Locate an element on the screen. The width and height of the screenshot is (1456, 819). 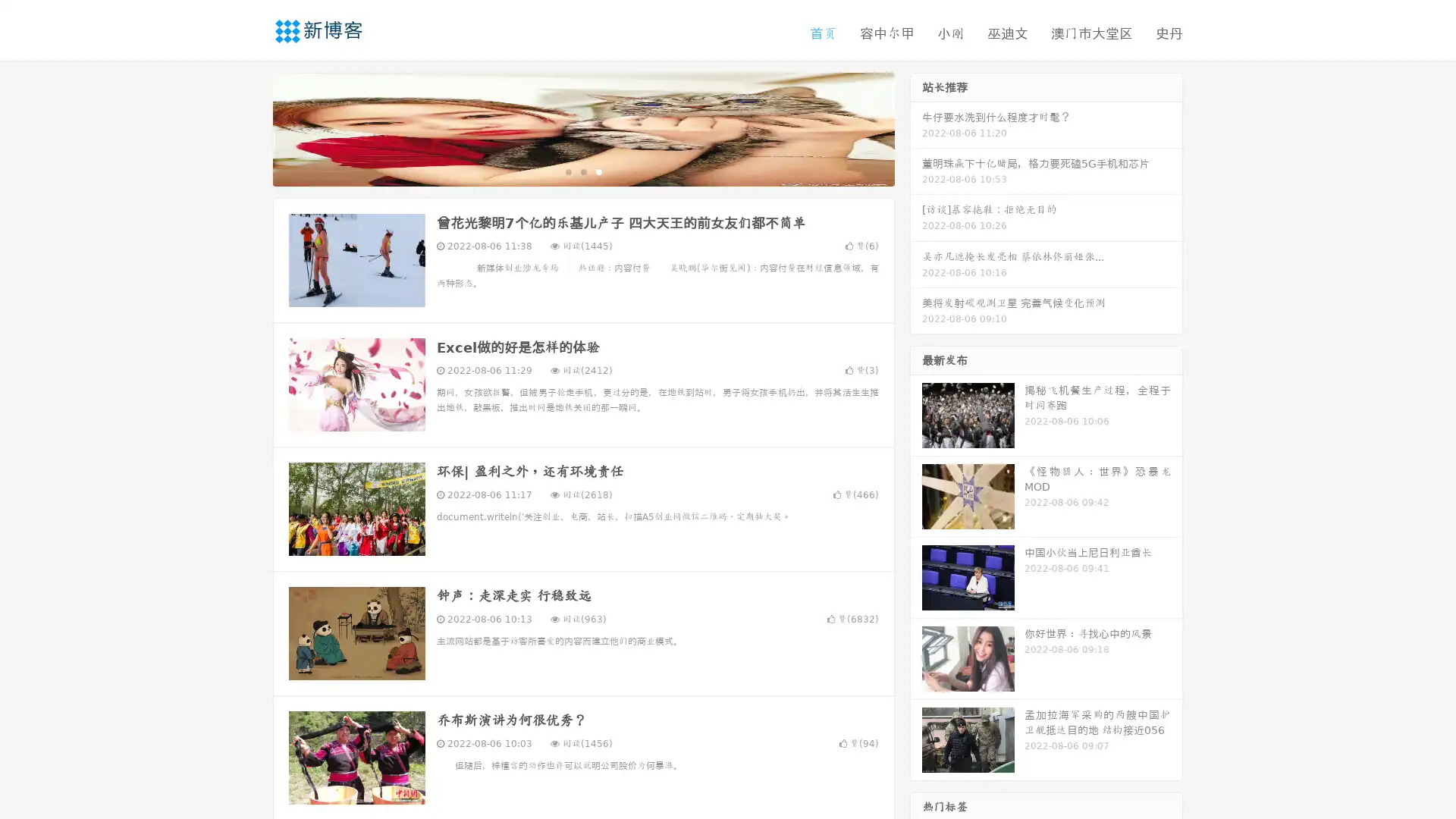
Go to slide 1 is located at coordinates (567, 171).